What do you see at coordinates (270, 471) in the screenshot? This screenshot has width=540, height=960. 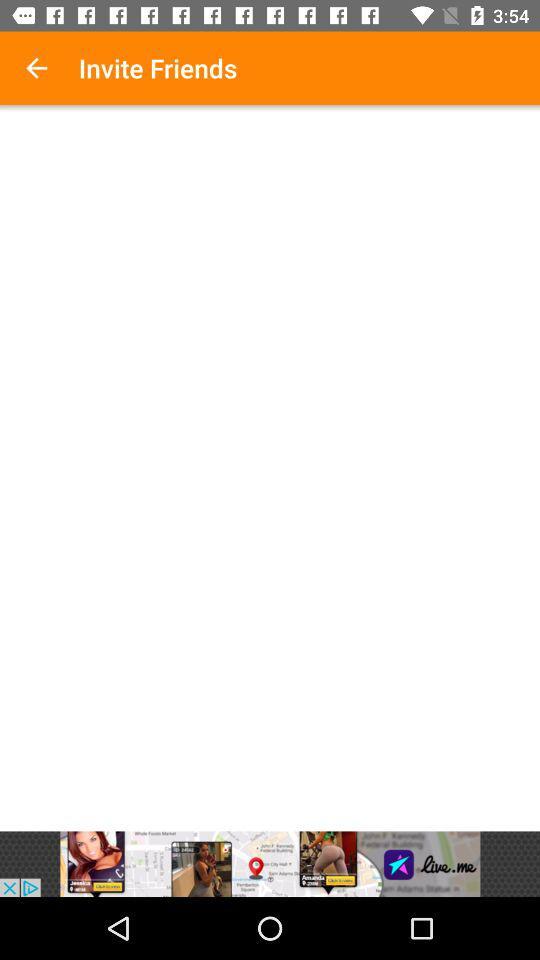 I see `page option` at bounding box center [270, 471].